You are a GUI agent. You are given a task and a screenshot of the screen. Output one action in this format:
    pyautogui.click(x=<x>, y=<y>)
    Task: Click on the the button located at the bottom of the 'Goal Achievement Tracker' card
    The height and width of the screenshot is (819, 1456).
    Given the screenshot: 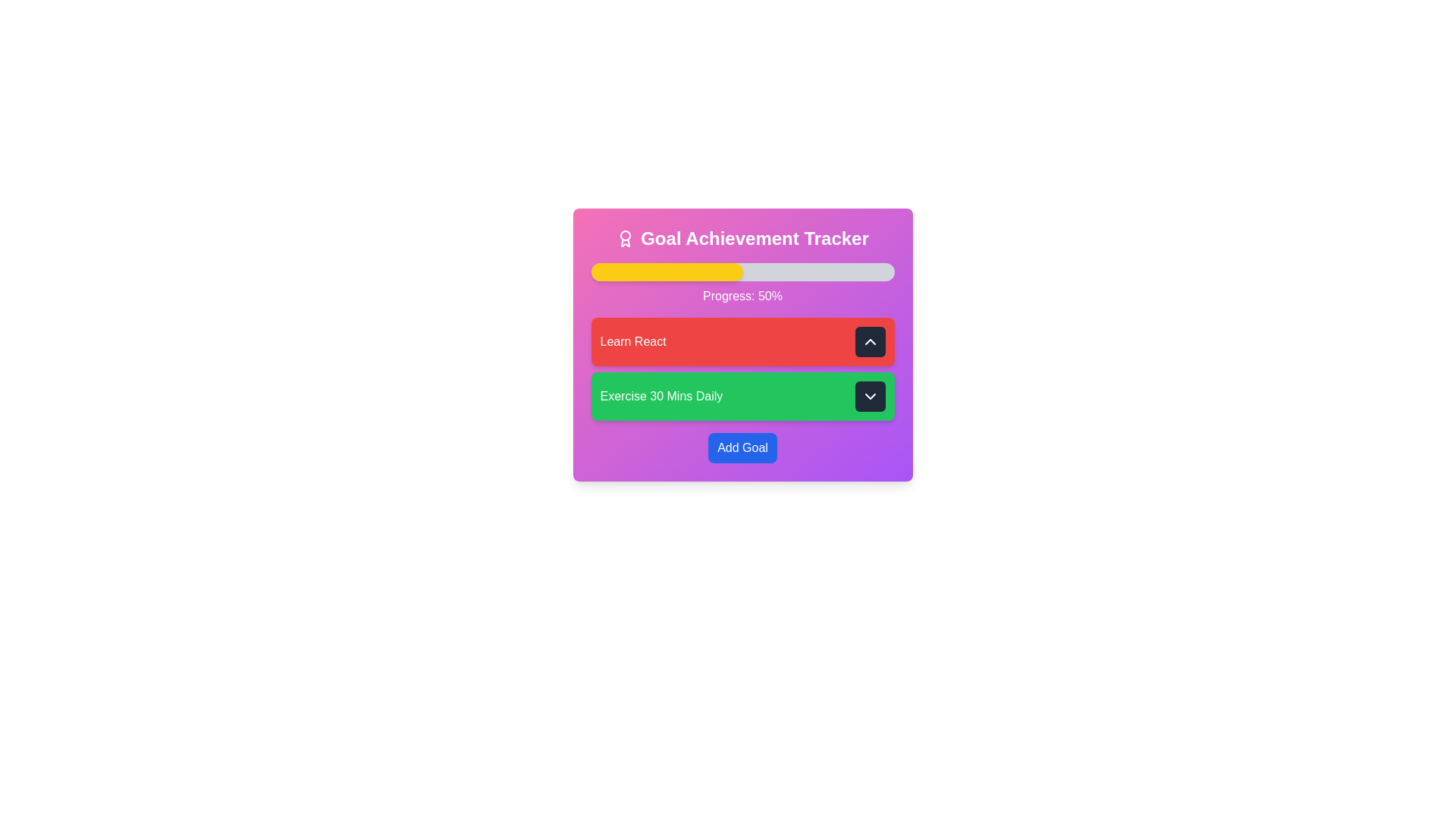 What is the action you would take?
    pyautogui.click(x=742, y=447)
    